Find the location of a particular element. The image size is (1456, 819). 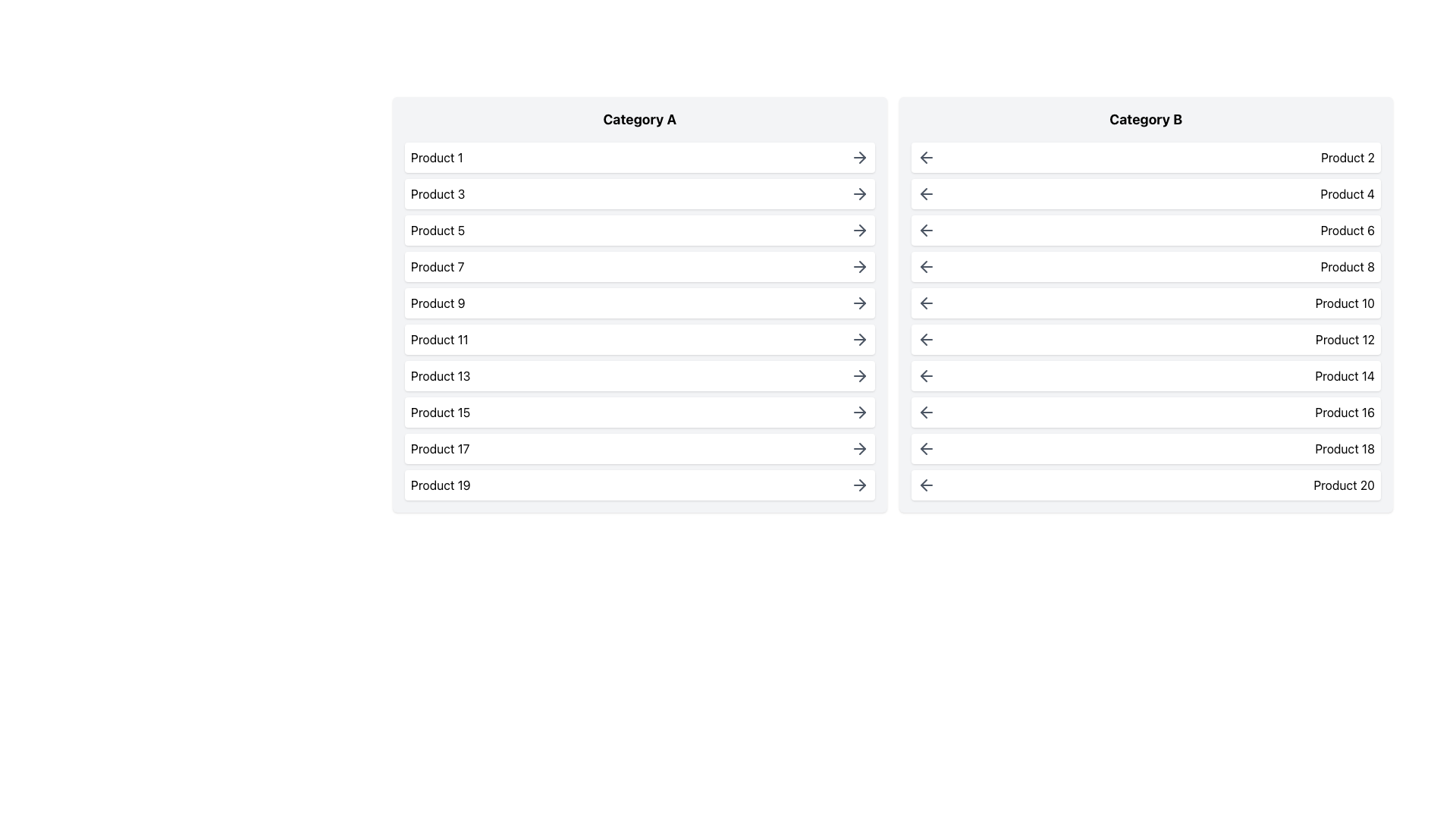

the arrow icon button located at the end of the 'Product 15' entry is located at coordinates (859, 412).